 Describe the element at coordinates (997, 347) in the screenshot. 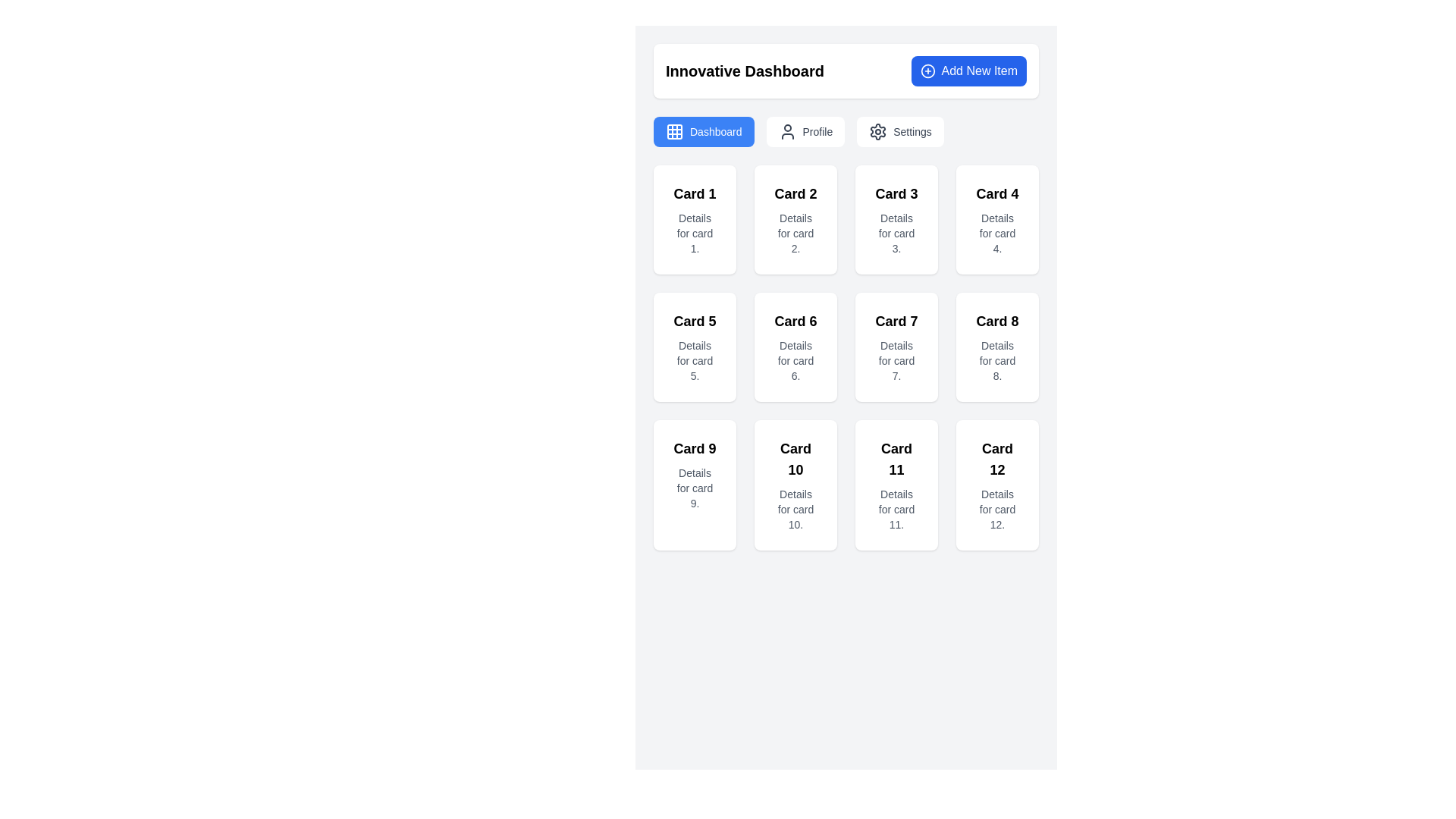

I see `the content of the rectangular card titled 'Card 8' with a white background, shadow styling, and rounded corners, located in the second row, fourth column of the grid` at that location.